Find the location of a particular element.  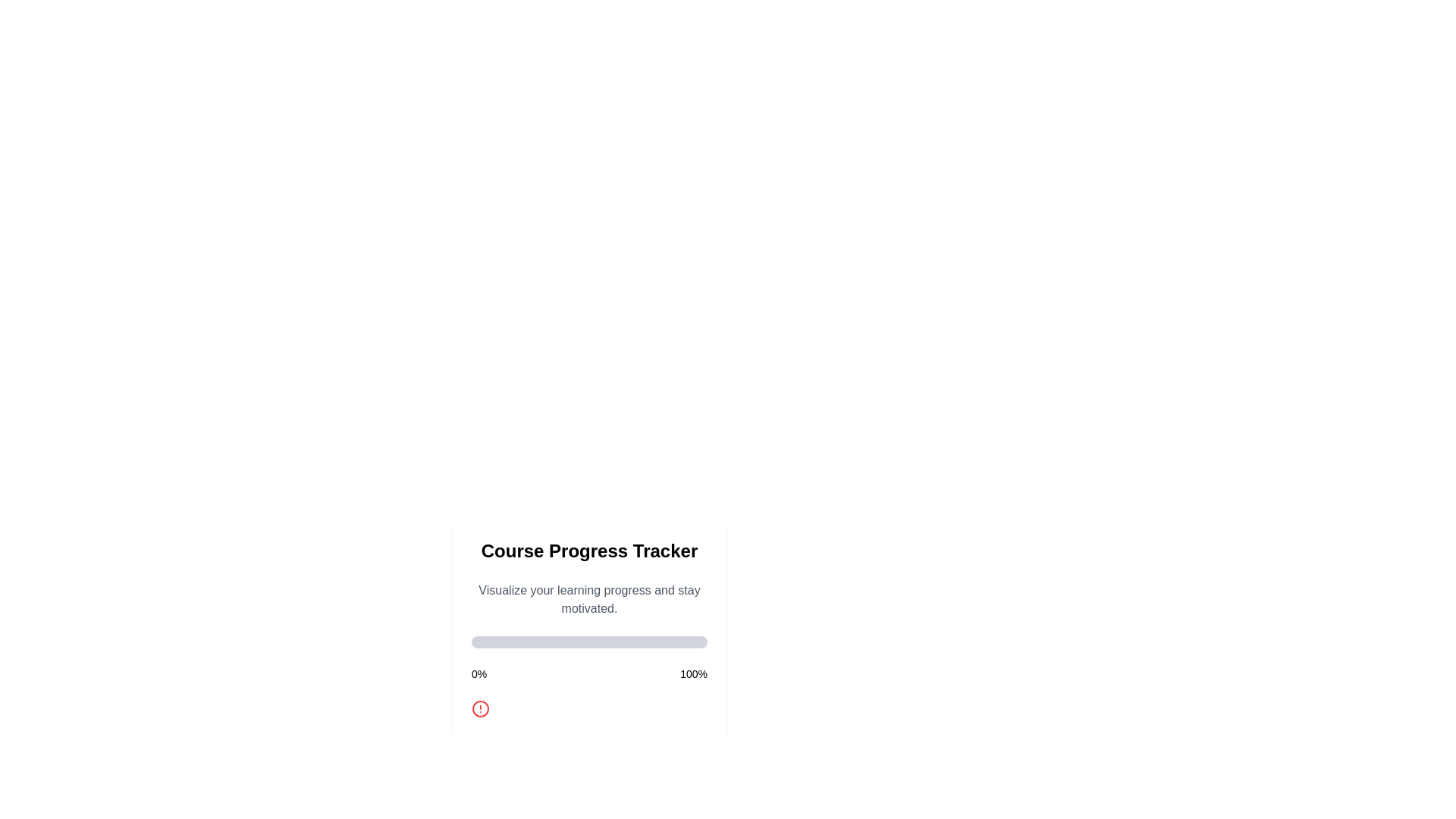

the static text element displaying '0%' which indicates the starting point of progress is located at coordinates (479, 673).